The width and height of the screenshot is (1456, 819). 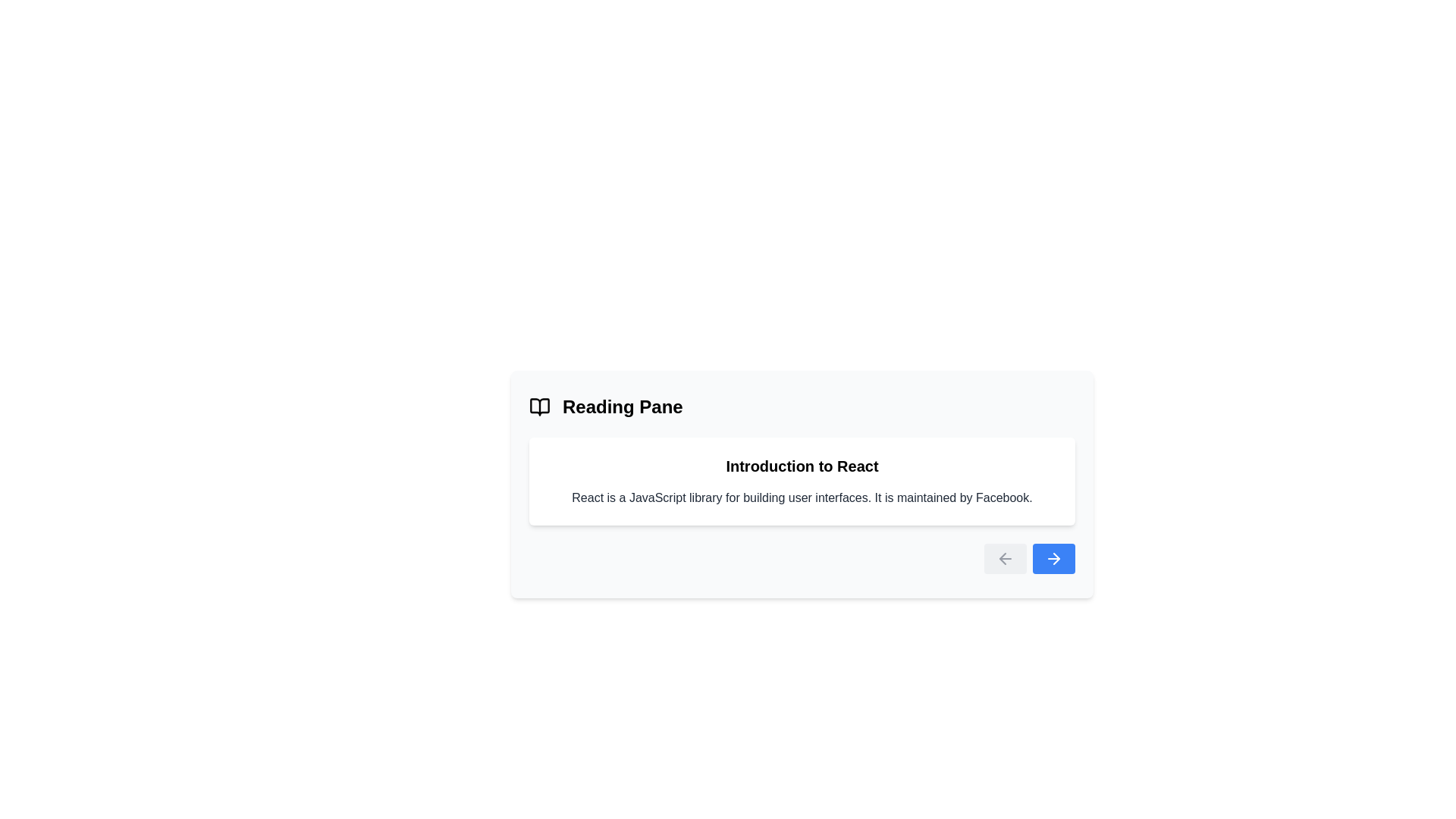 What do you see at coordinates (1056, 558) in the screenshot?
I see `the navigation icon located at the bottom-right corner of the interface, which signifies a forward action, to trigger a tooltip if applicable` at bounding box center [1056, 558].